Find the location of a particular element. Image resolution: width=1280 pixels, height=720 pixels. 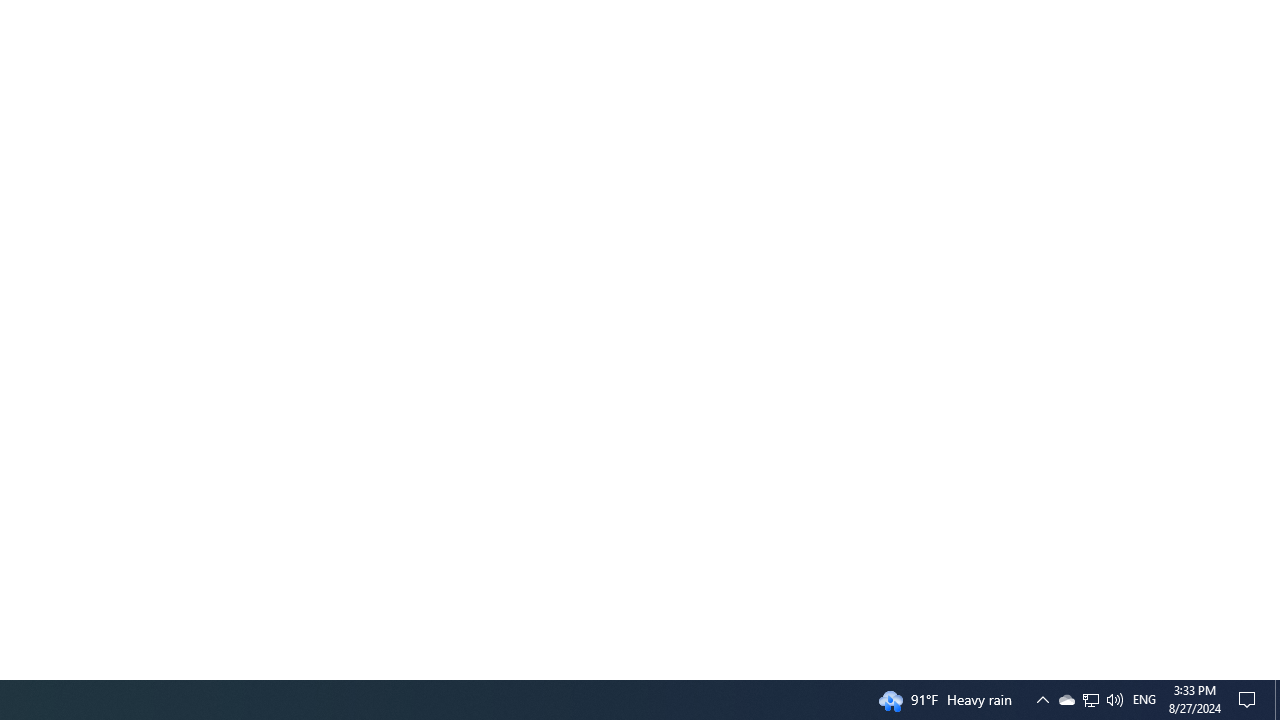

'Tray Input Indicator - English (United States)' is located at coordinates (1144, 698).